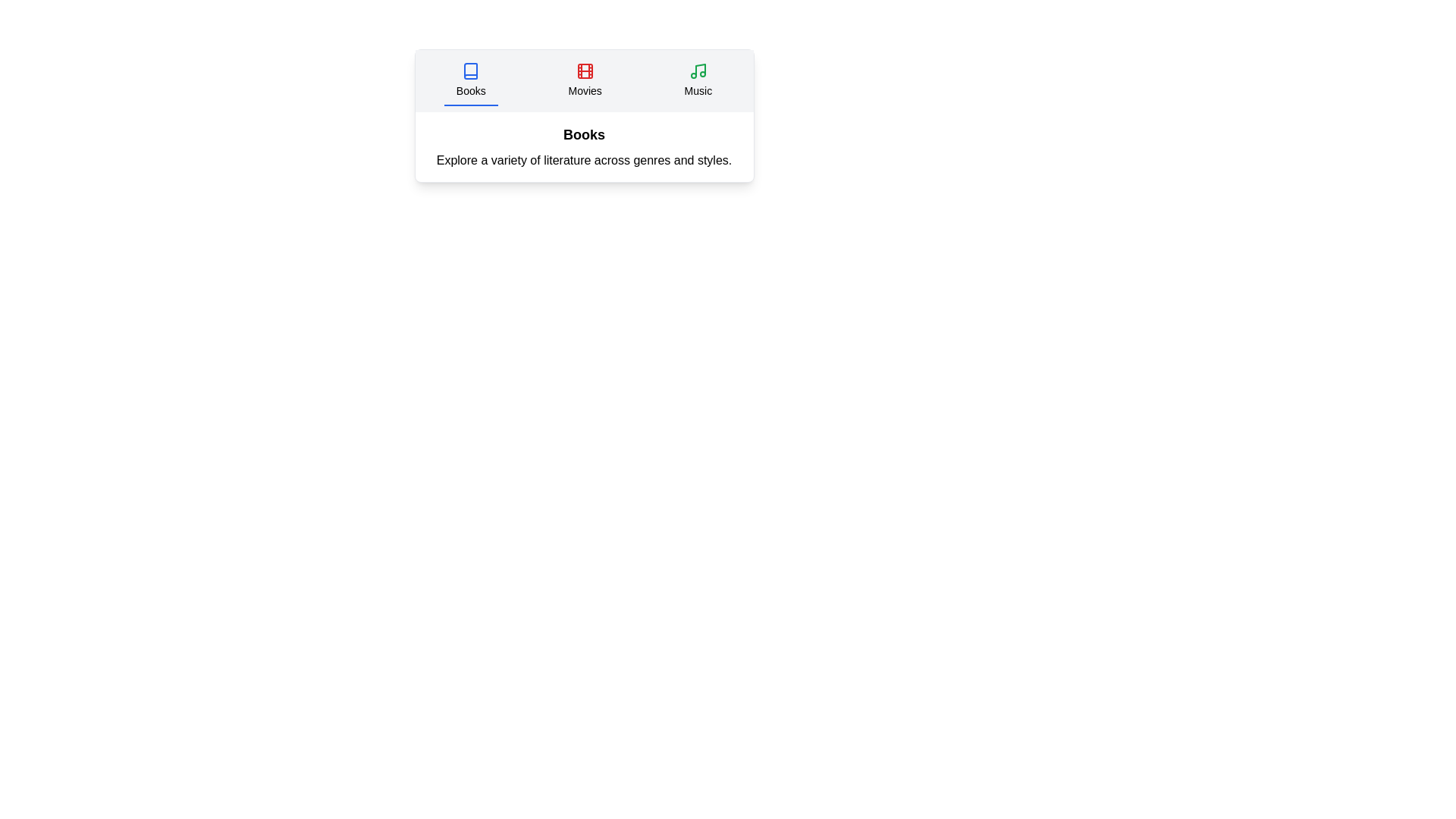 The image size is (1456, 819). I want to click on the Books tab to select it, so click(470, 81).